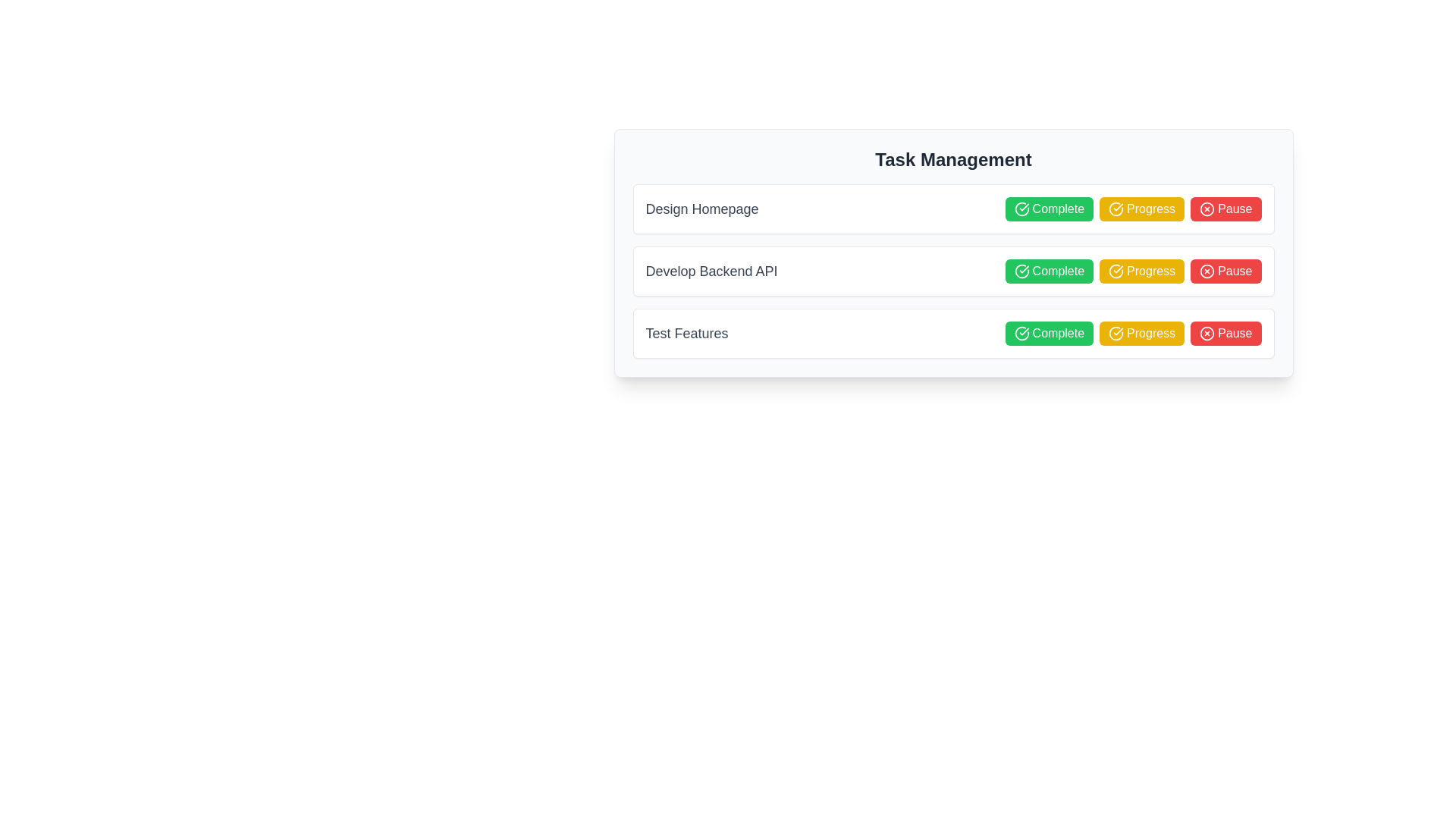  Describe the element at coordinates (1021, 332) in the screenshot. I see `the decorative confirmation icon located to the left of the green 'Complete' button in the task management table` at that location.